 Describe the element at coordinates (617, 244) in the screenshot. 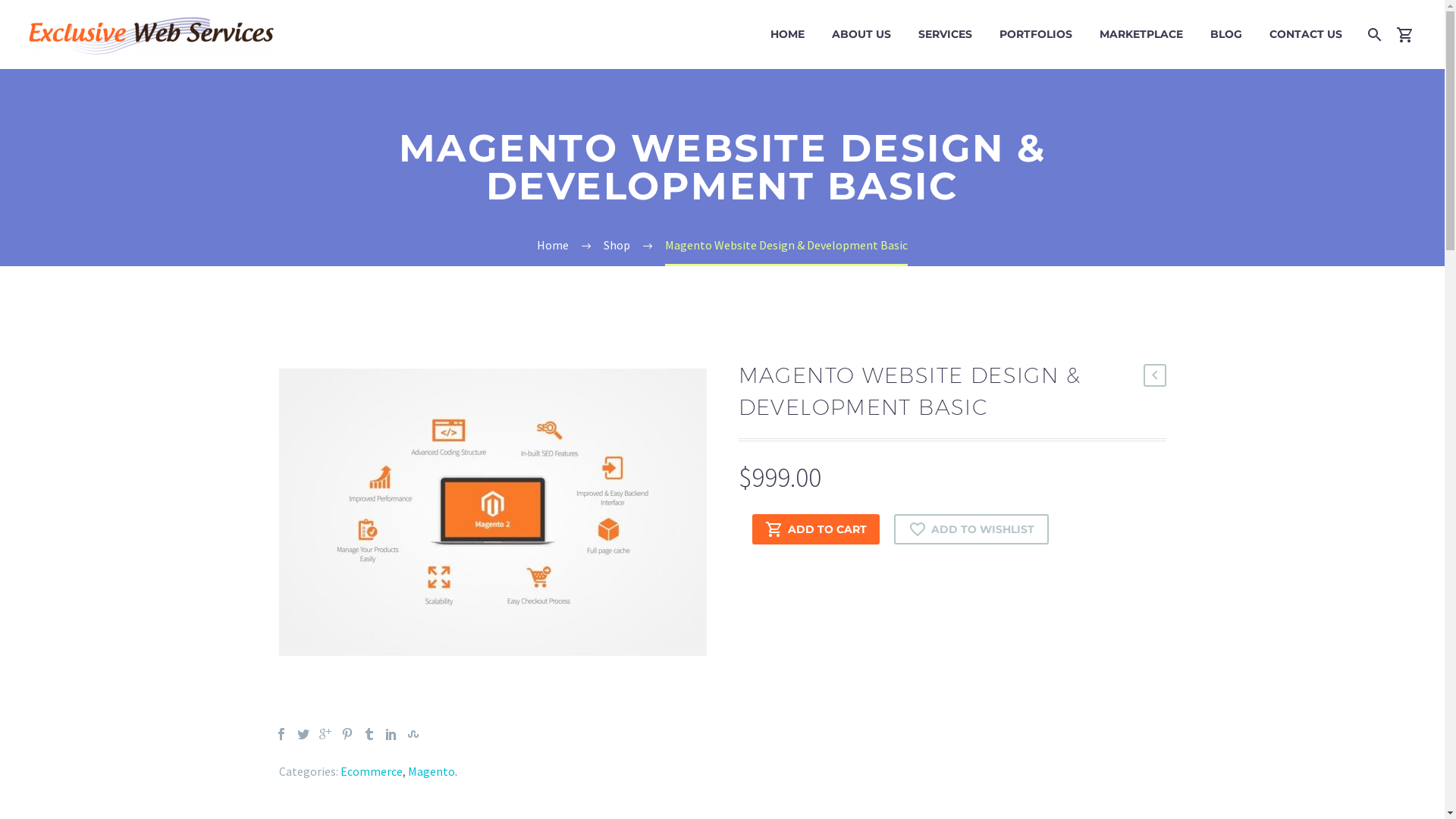

I see `'Shop'` at that location.